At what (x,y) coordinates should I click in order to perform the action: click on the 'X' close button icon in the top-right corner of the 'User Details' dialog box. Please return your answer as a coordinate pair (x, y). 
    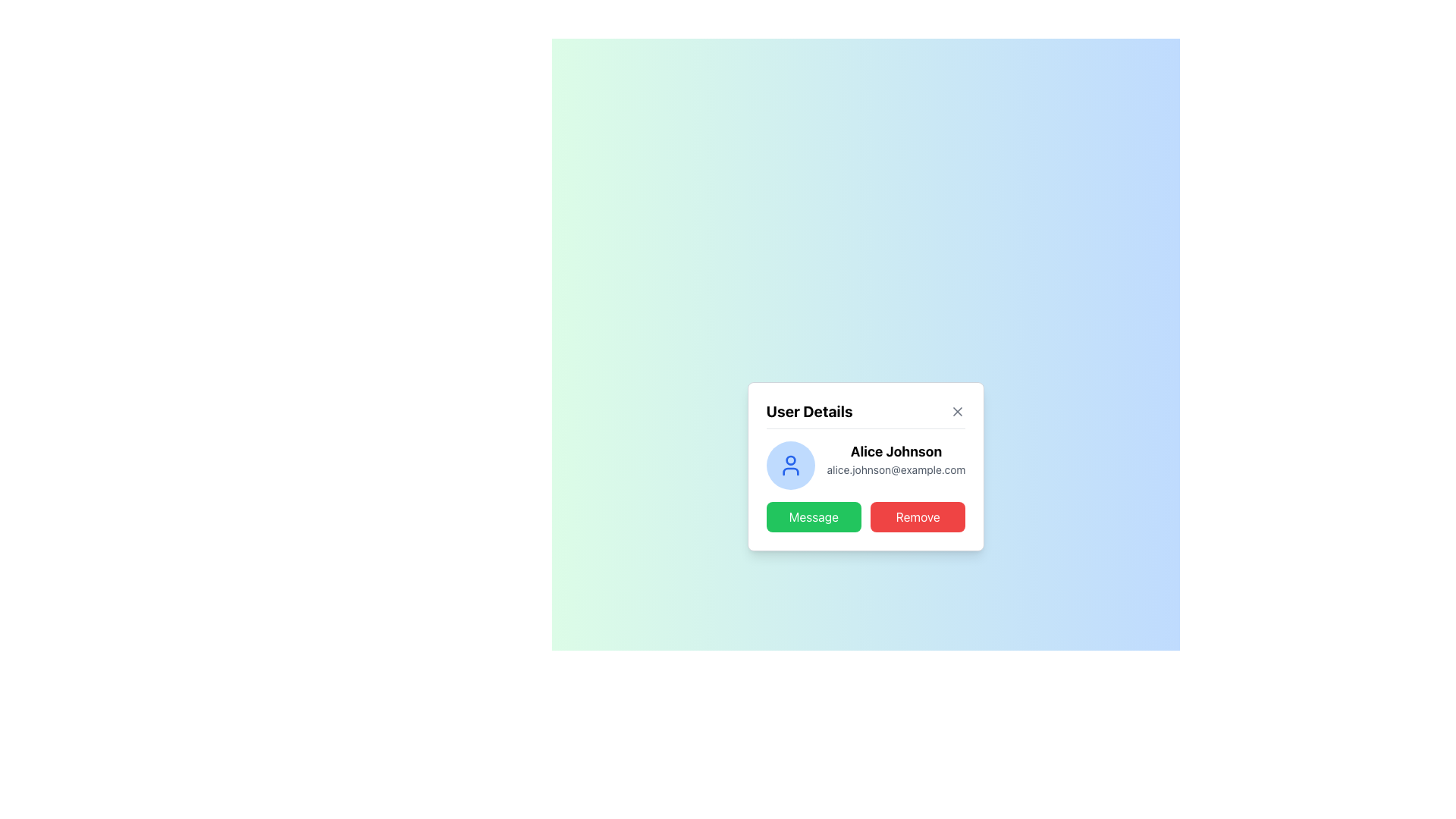
    Looking at the image, I should click on (957, 411).